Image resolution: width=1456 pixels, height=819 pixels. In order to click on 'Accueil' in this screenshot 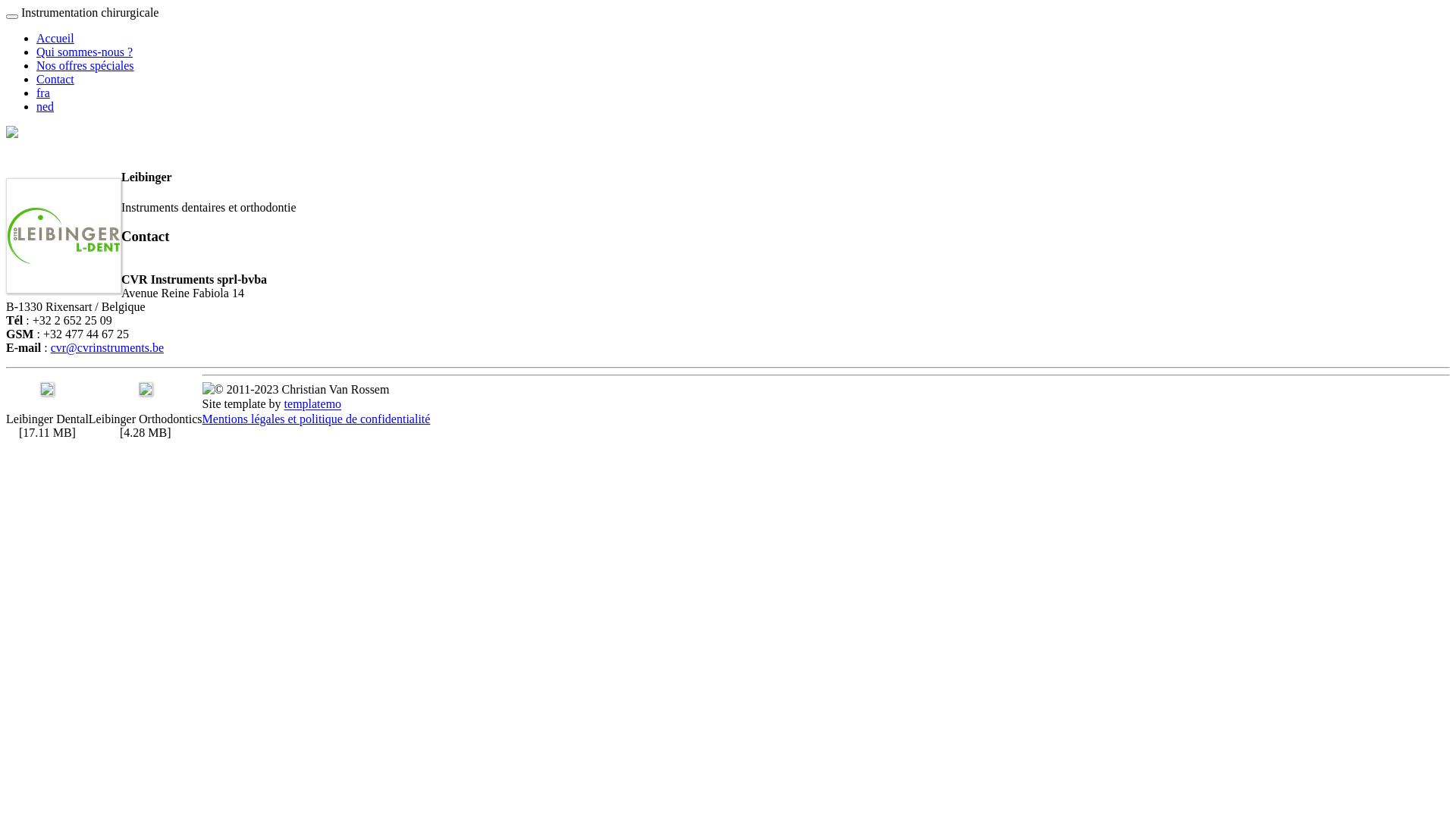, I will do `click(36, 37)`.